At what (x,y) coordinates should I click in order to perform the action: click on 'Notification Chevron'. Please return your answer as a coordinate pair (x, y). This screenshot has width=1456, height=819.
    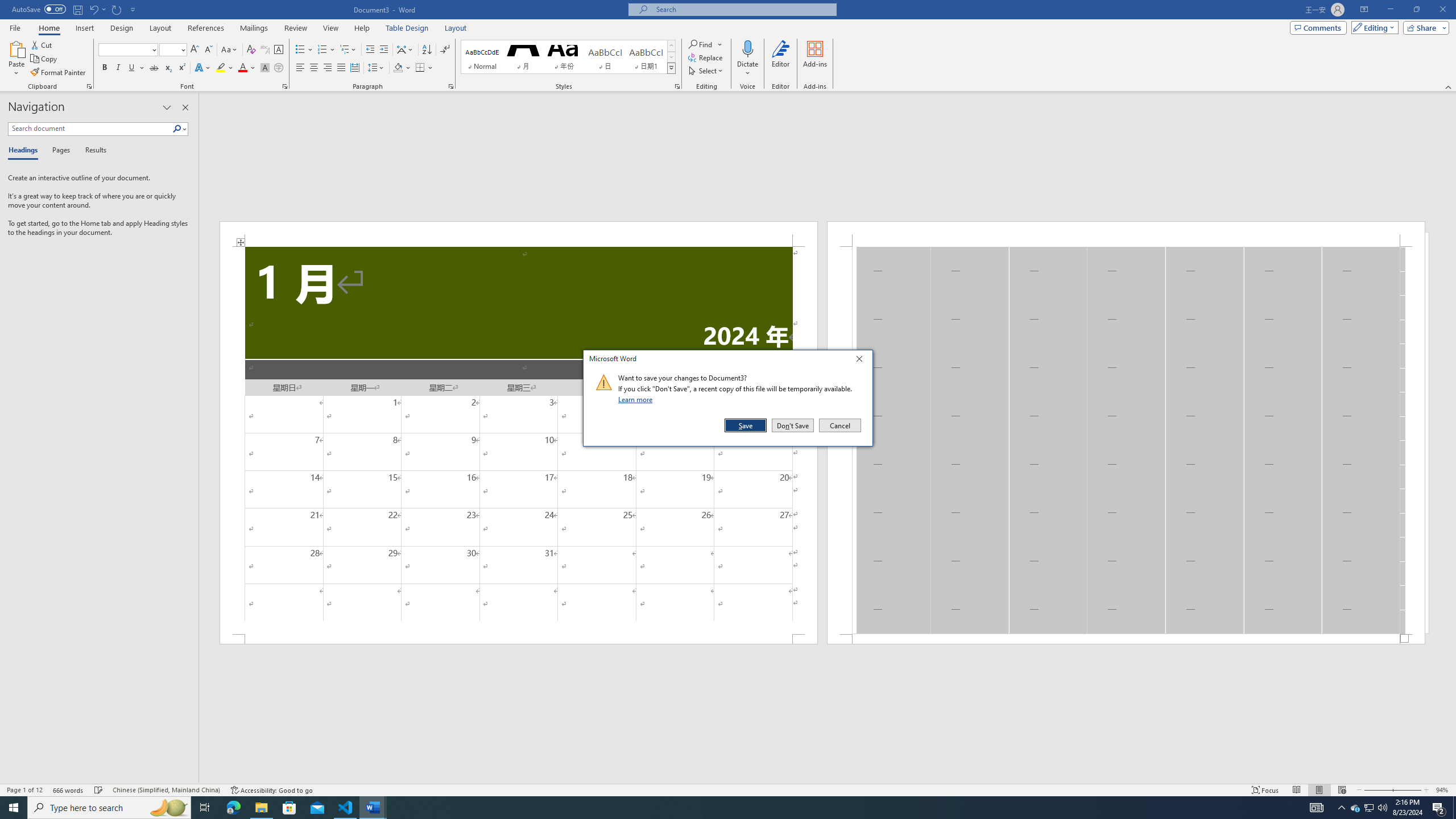
    Looking at the image, I should click on (1342, 806).